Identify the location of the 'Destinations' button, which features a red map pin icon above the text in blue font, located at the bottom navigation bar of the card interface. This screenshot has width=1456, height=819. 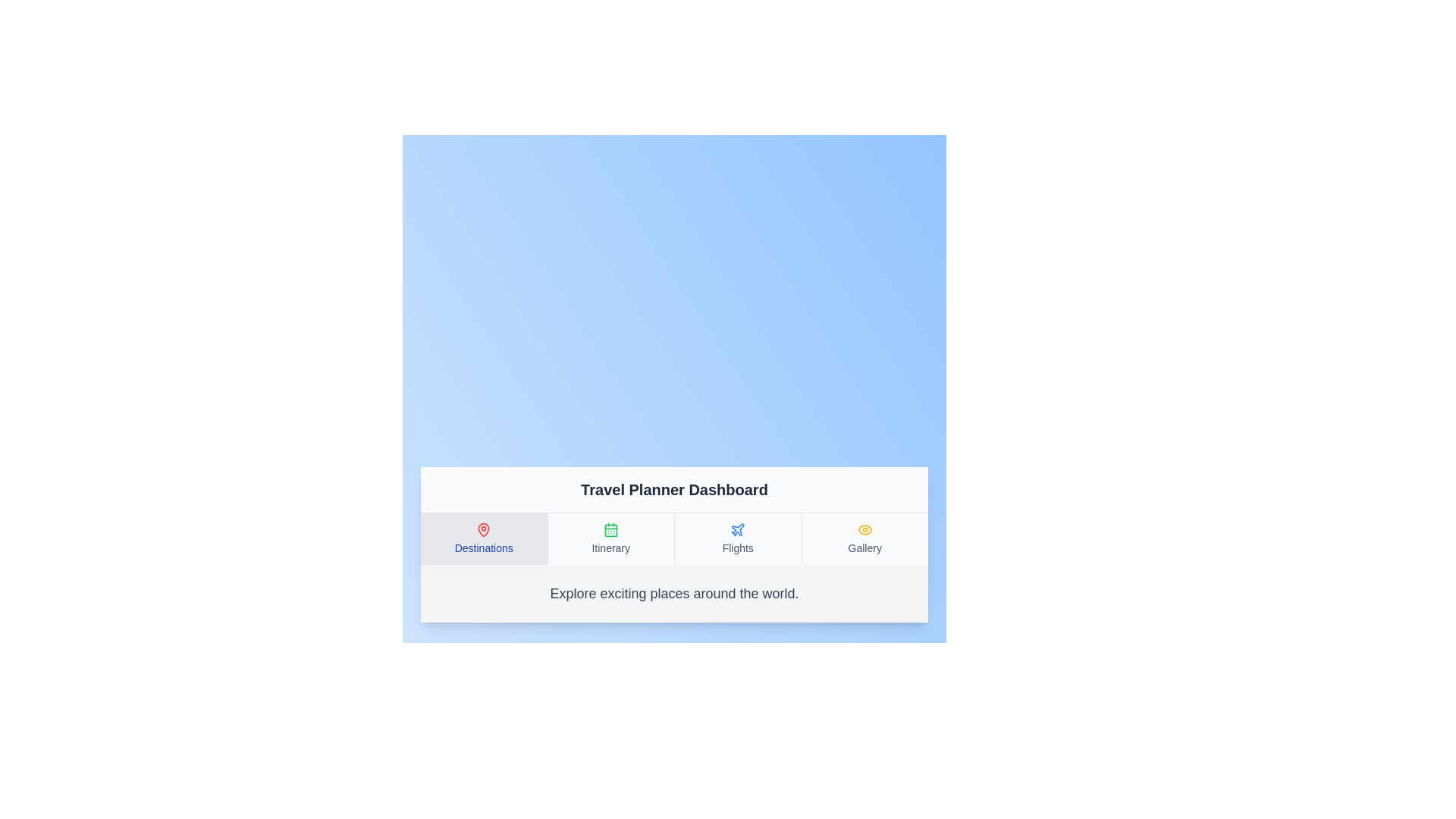
(483, 538).